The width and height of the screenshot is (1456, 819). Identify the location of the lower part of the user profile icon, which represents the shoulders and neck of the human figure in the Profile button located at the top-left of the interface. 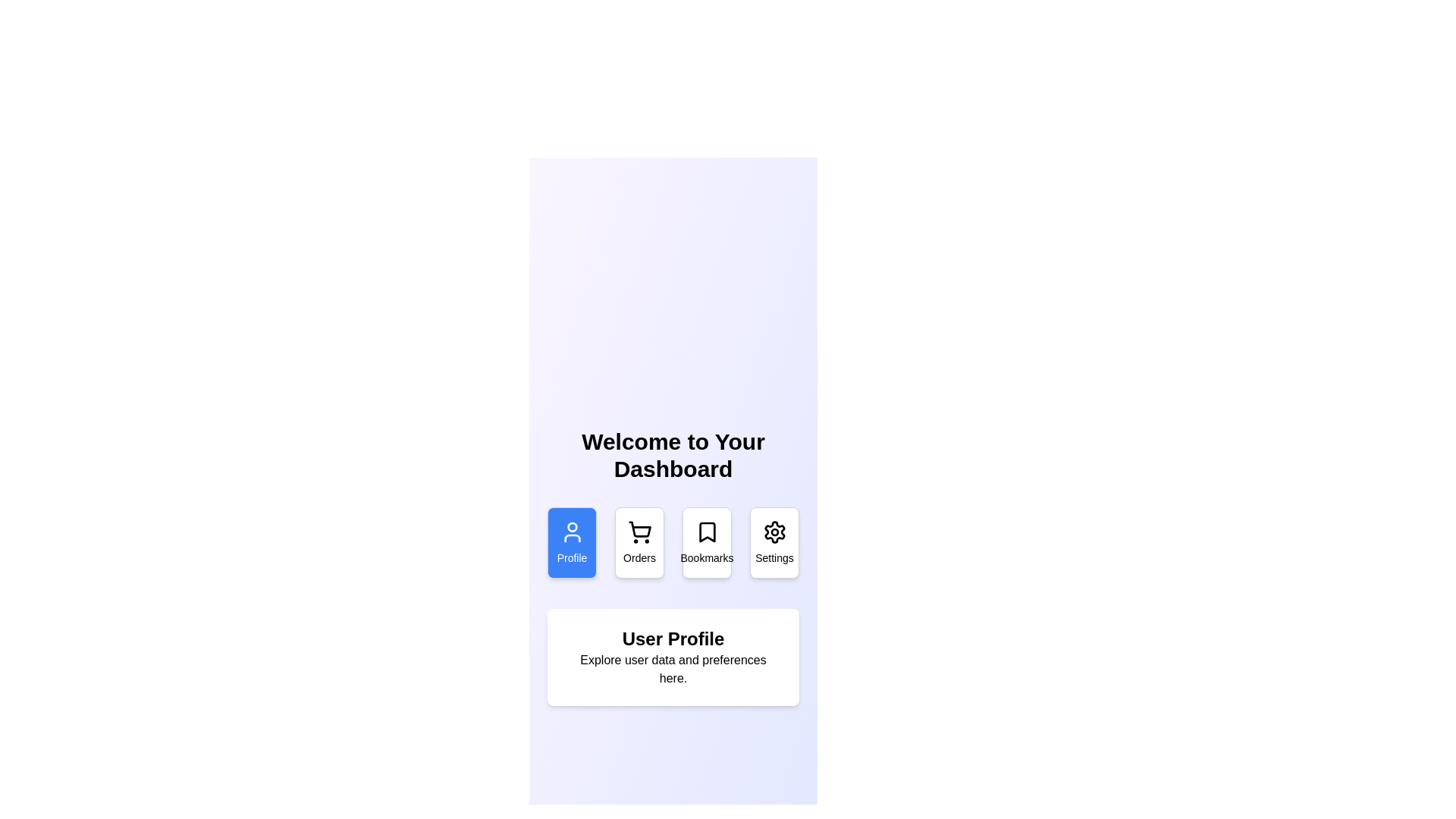
(571, 537).